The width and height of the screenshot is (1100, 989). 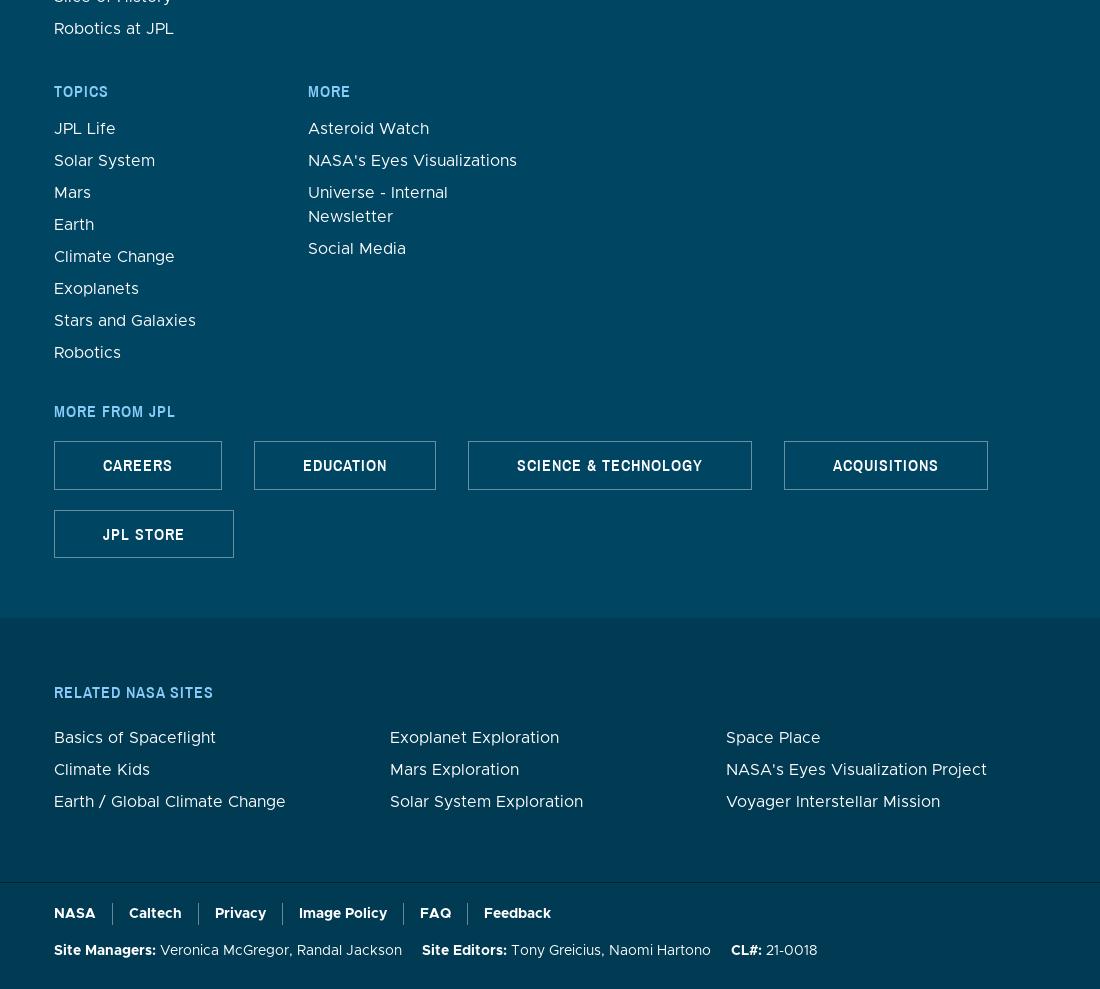 What do you see at coordinates (473, 737) in the screenshot?
I see `'Exoplanet Exploration'` at bounding box center [473, 737].